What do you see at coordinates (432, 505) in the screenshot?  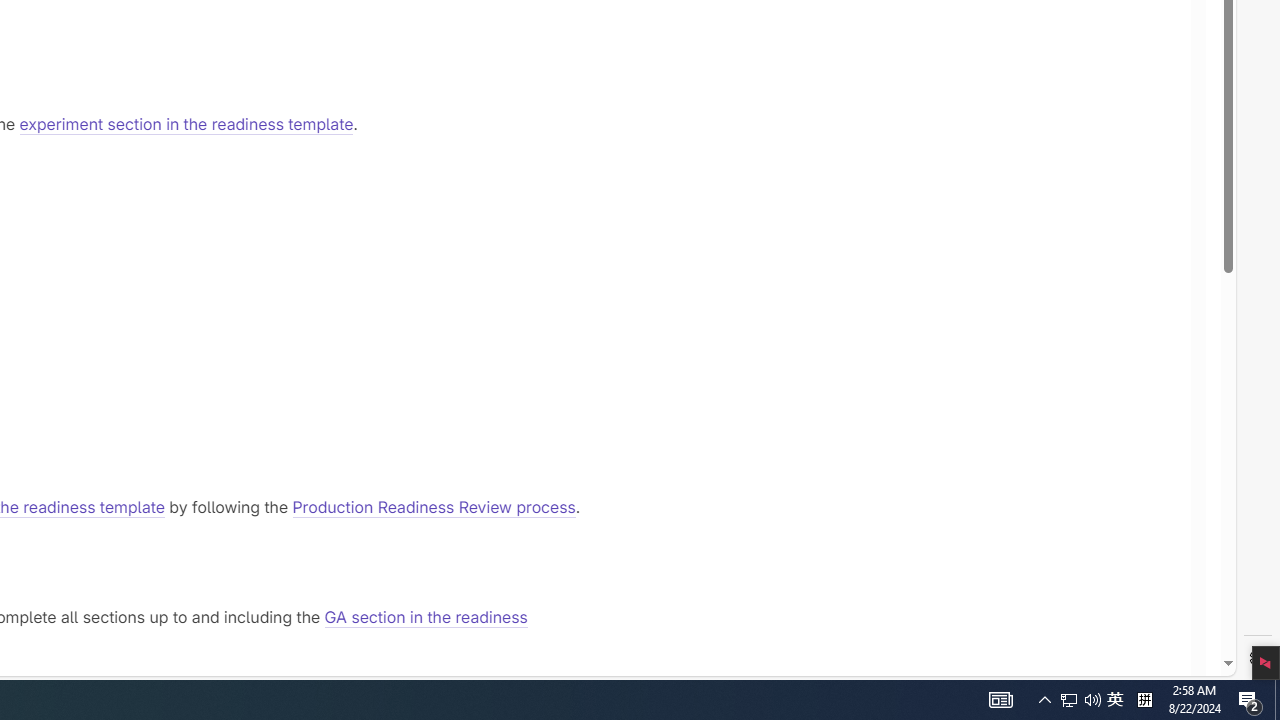 I see `'Production Readiness Review process'` at bounding box center [432, 505].